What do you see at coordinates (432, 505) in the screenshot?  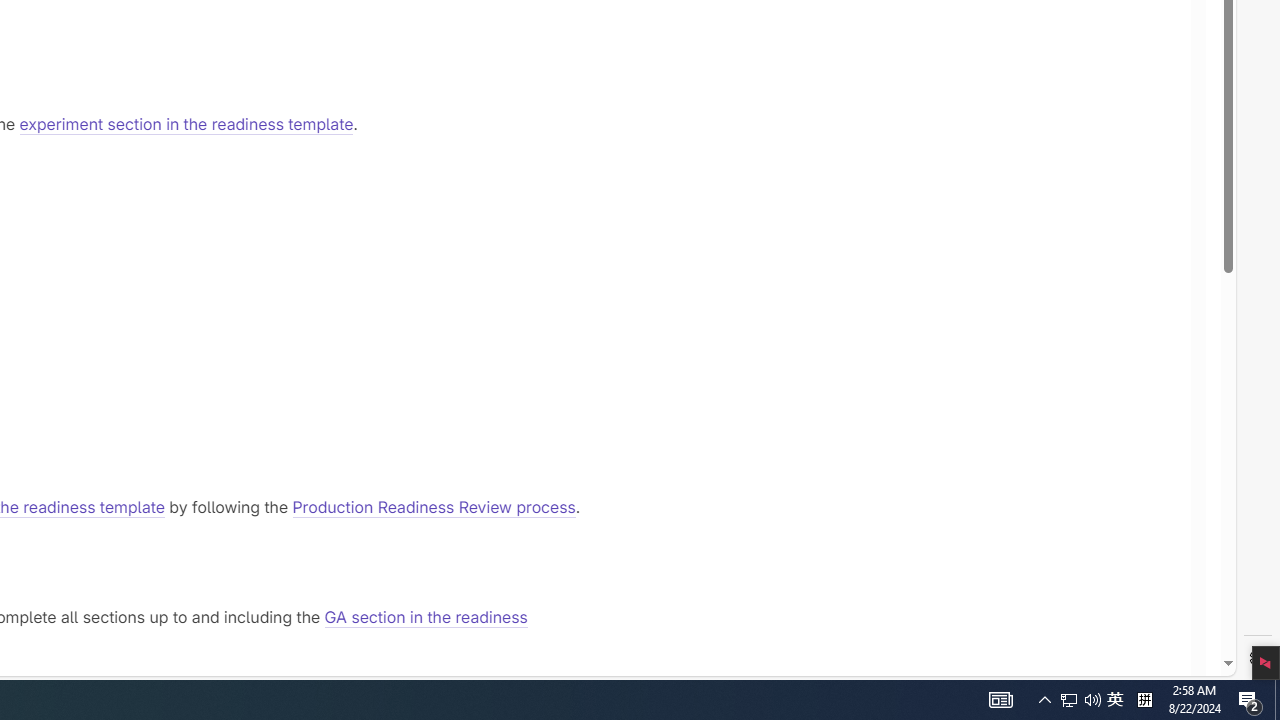 I see `'Production Readiness Review process'` at bounding box center [432, 505].